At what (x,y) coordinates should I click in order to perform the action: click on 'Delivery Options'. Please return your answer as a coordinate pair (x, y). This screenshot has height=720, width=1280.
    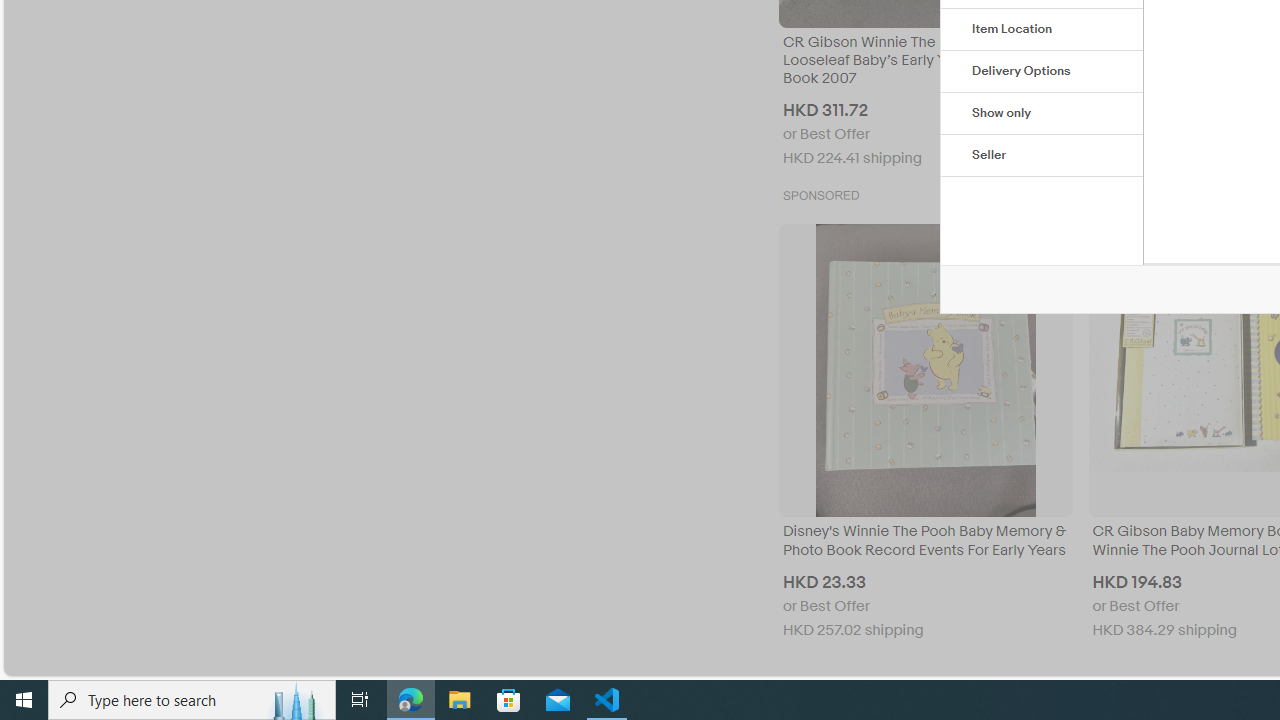
    Looking at the image, I should click on (1041, 71).